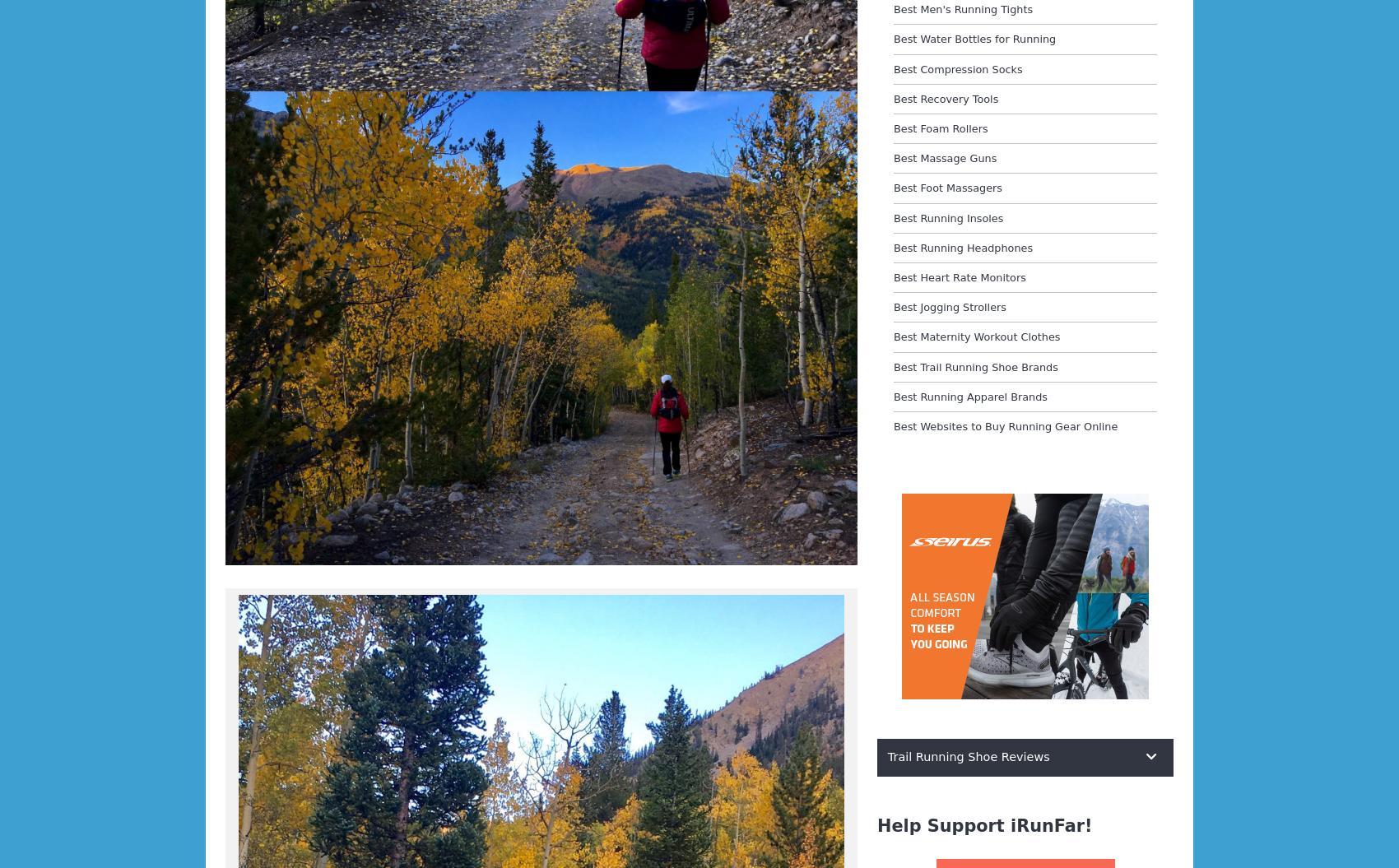  What do you see at coordinates (225, 157) in the screenshot?
I see `'half an hour'` at bounding box center [225, 157].